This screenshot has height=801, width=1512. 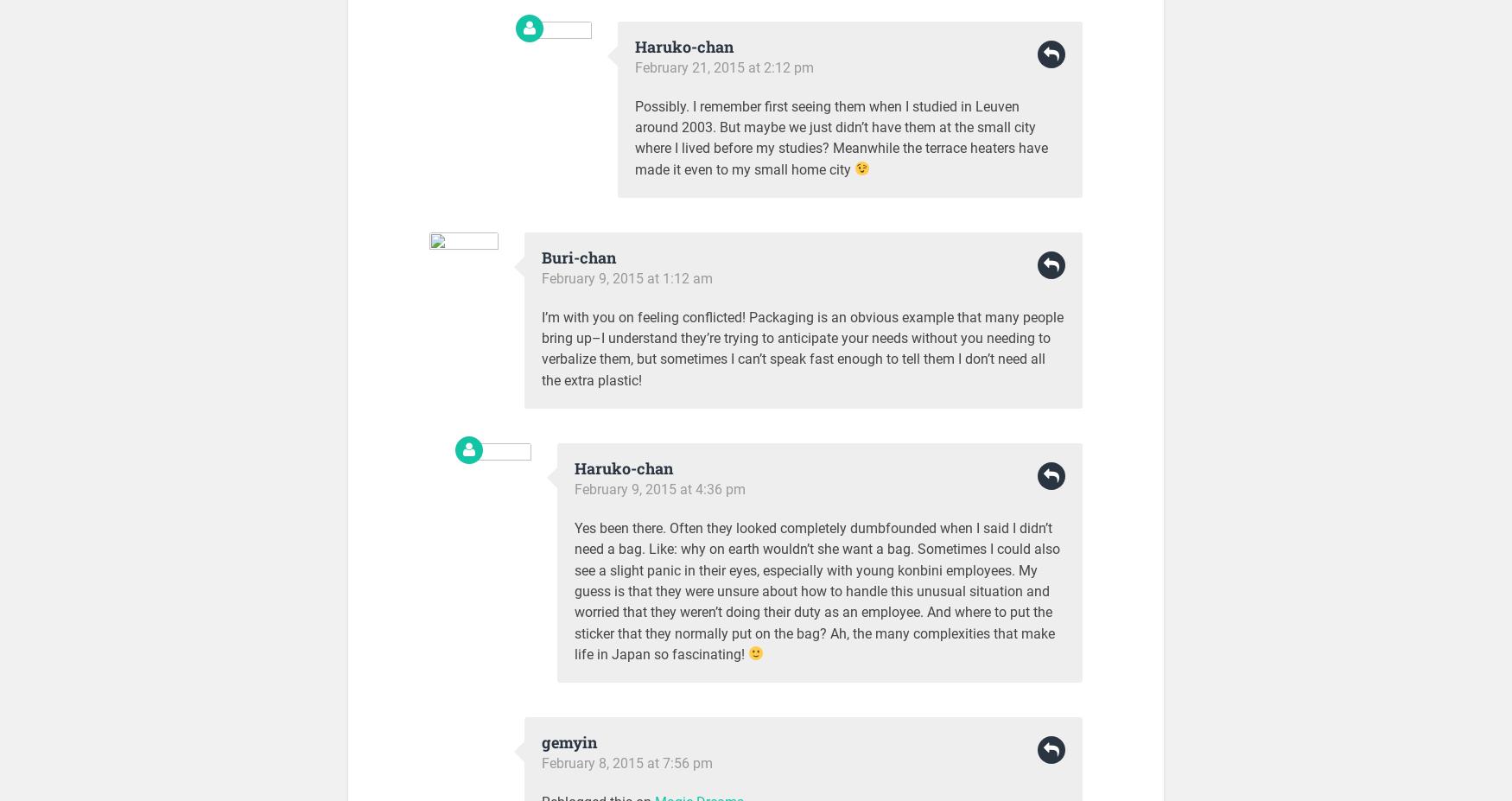 What do you see at coordinates (724, 66) in the screenshot?
I see `'February 21, 2015 at 2:12 pm'` at bounding box center [724, 66].